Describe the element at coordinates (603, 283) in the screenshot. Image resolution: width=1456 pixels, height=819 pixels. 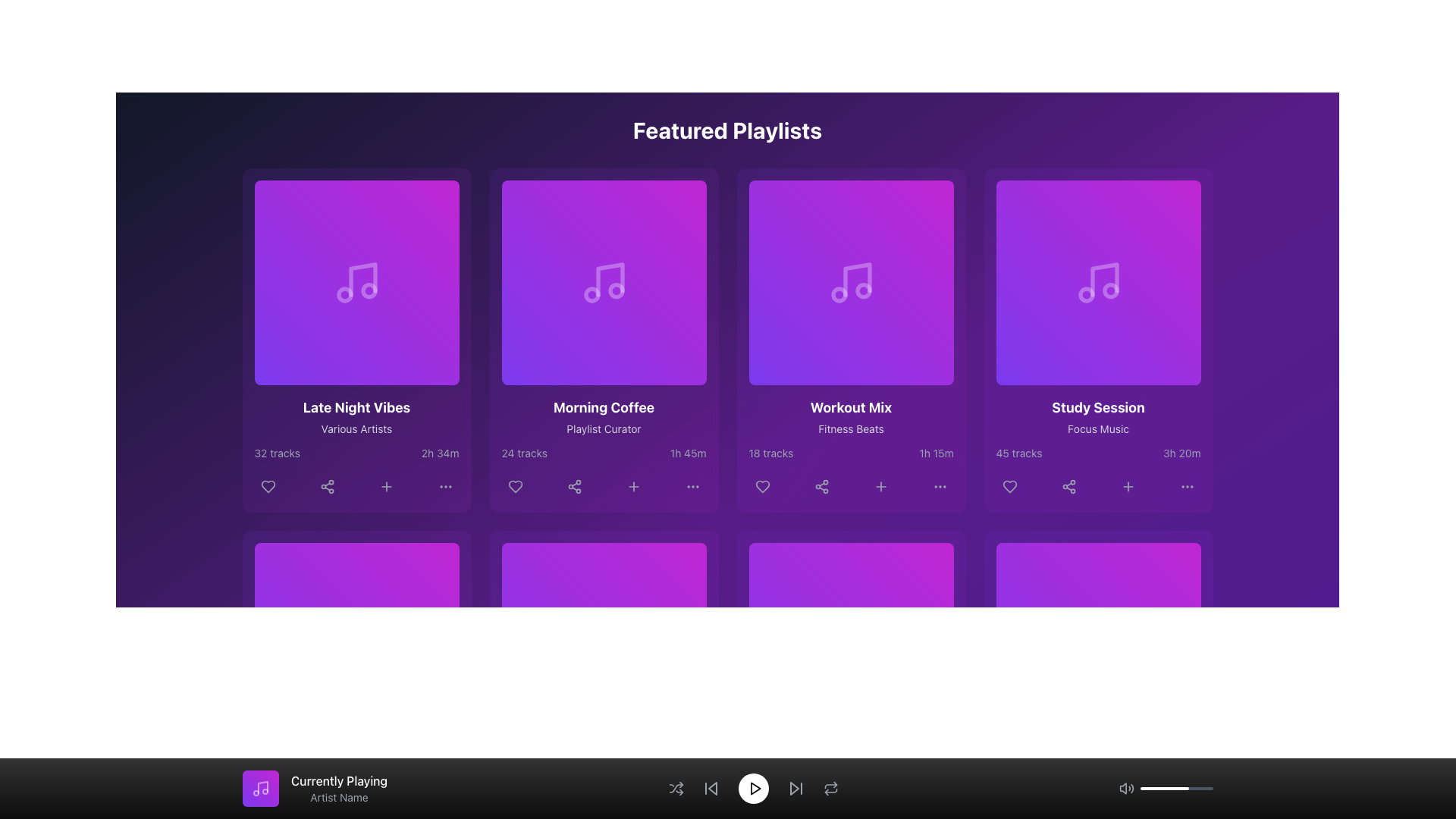
I see `the play button in the 'Morning Coffee' playlist section` at that location.